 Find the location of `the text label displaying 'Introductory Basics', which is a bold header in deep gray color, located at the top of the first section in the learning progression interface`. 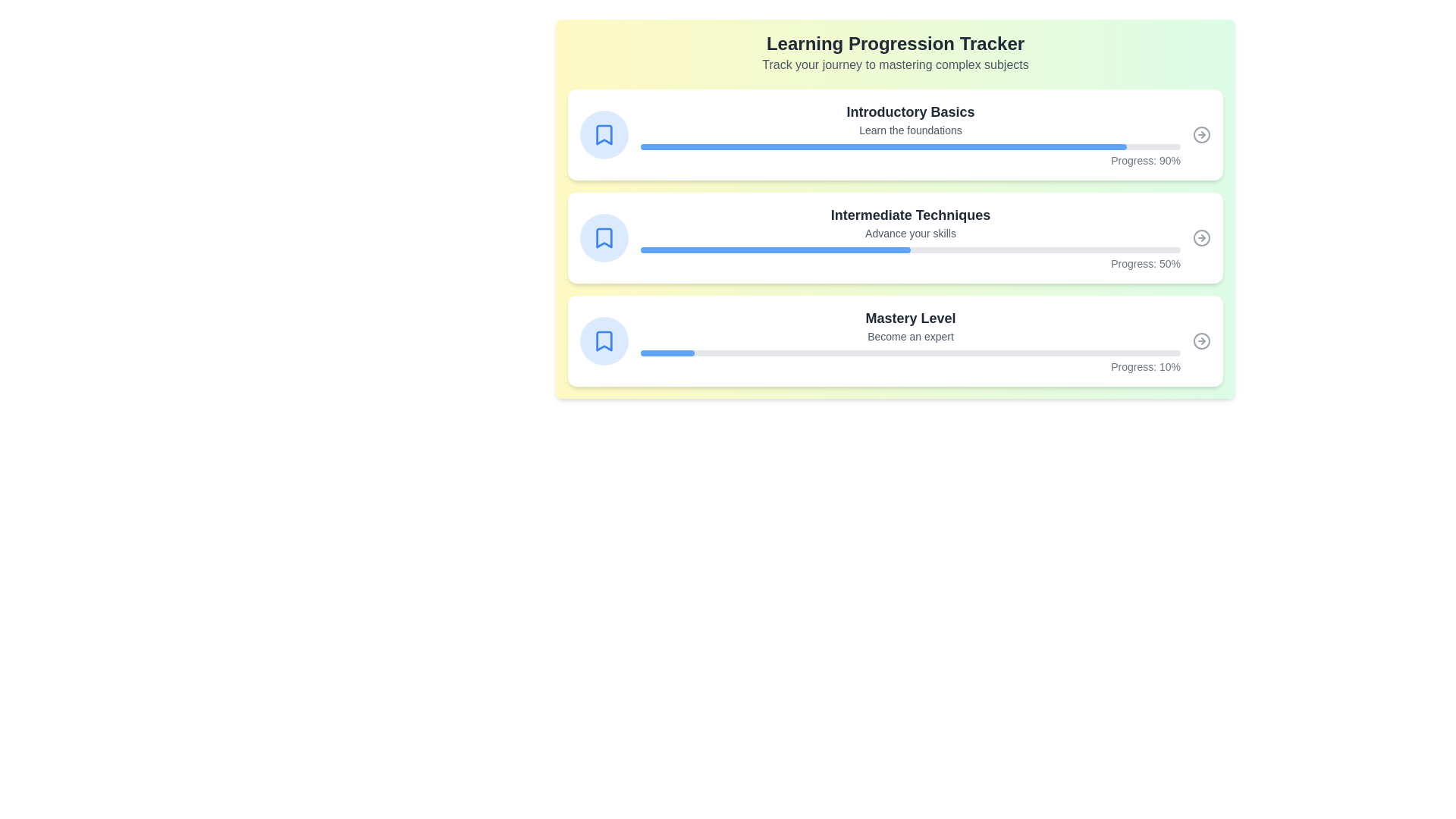

the text label displaying 'Introductory Basics', which is a bold header in deep gray color, located at the top of the first section in the learning progression interface is located at coordinates (910, 111).